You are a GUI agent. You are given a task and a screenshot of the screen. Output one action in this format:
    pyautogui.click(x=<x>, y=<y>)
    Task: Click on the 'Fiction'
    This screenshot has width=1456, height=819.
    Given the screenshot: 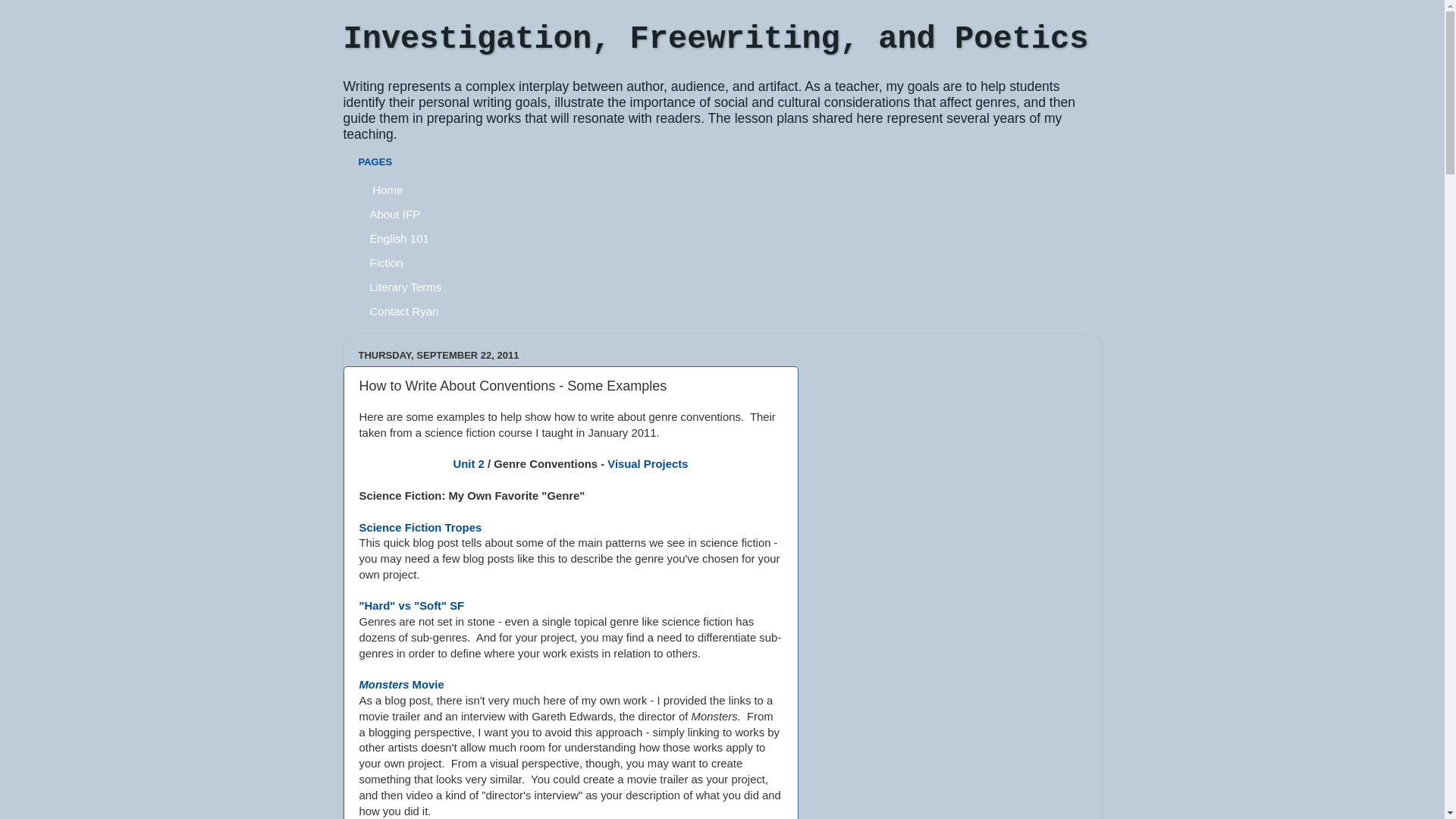 What is the action you would take?
    pyautogui.click(x=386, y=262)
    